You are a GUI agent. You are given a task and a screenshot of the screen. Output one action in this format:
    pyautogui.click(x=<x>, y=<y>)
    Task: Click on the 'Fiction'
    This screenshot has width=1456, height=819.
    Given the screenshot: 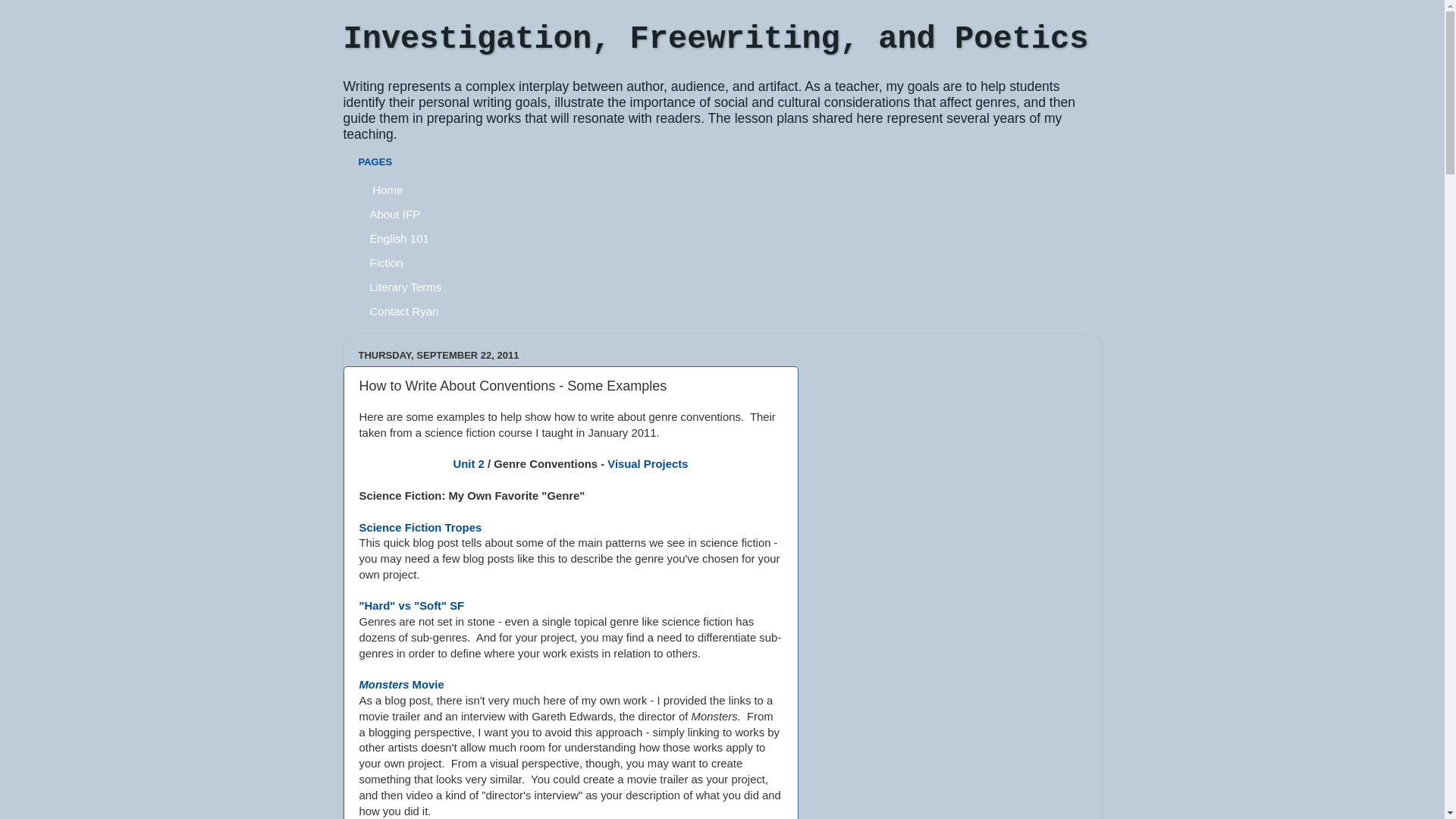 What is the action you would take?
    pyautogui.click(x=386, y=262)
    